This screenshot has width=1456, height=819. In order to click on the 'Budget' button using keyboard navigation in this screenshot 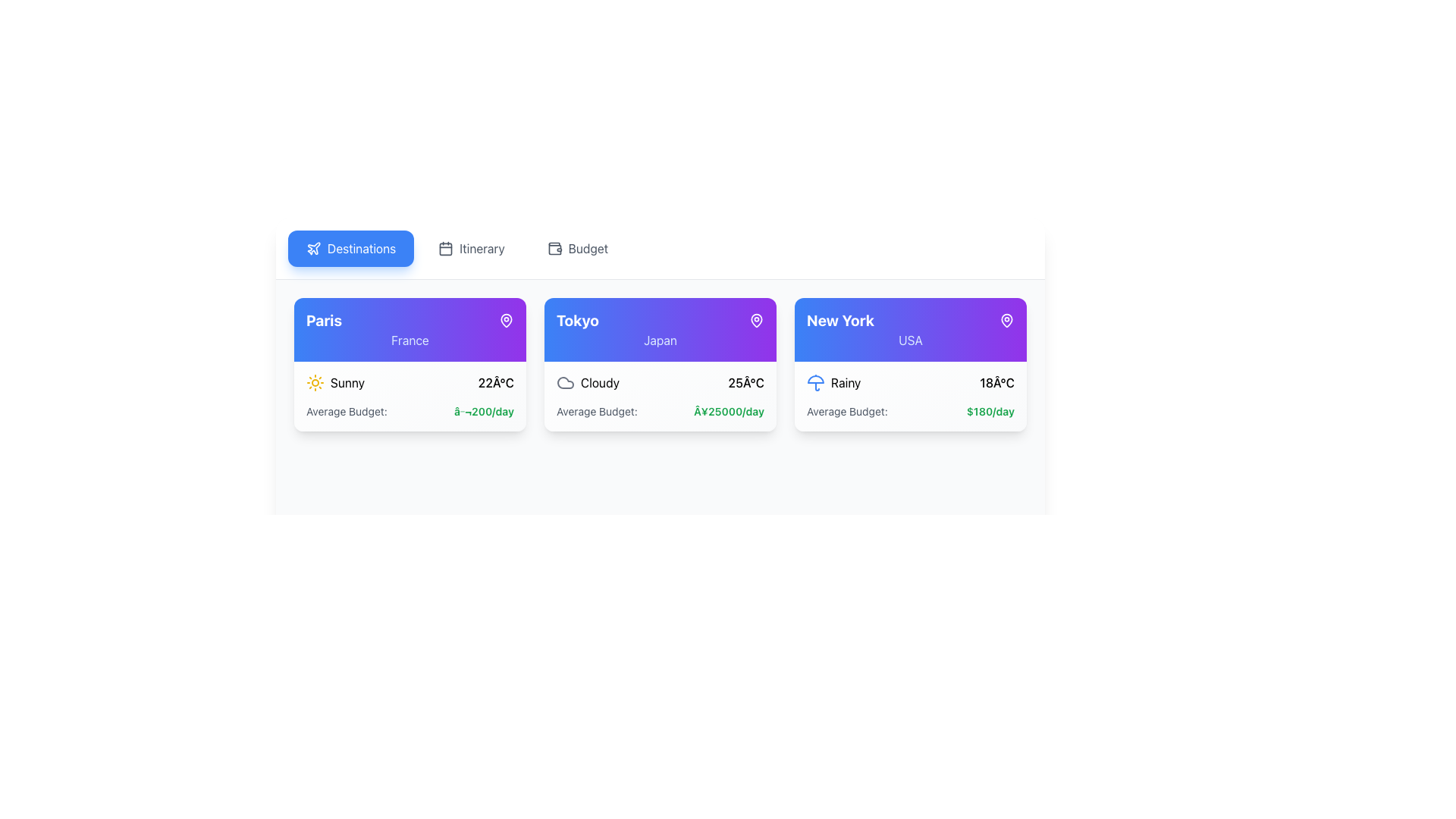, I will do `click(576, 247)`.